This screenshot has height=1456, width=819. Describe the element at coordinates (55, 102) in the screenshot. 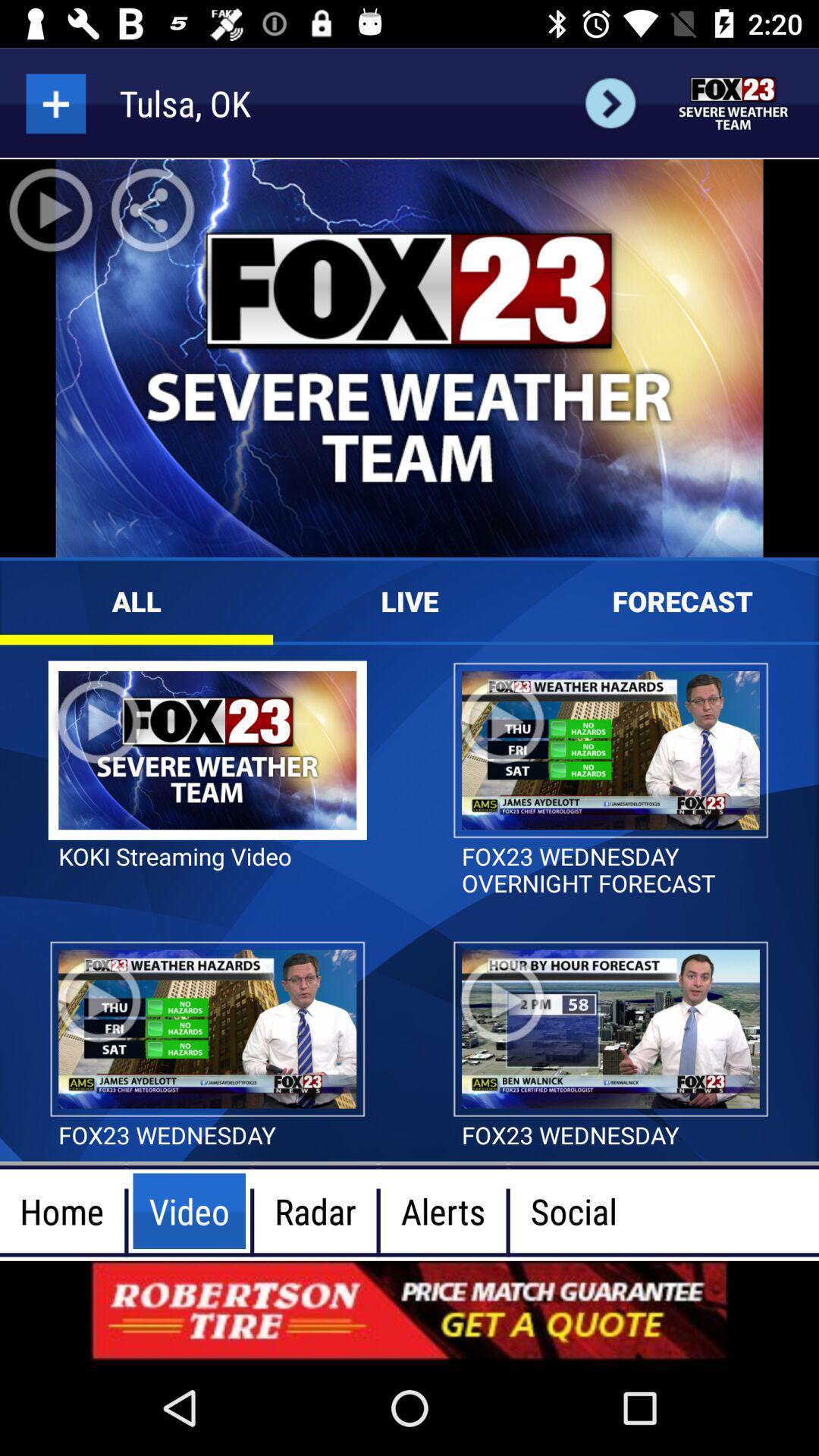

I see `the add icon` at that location.